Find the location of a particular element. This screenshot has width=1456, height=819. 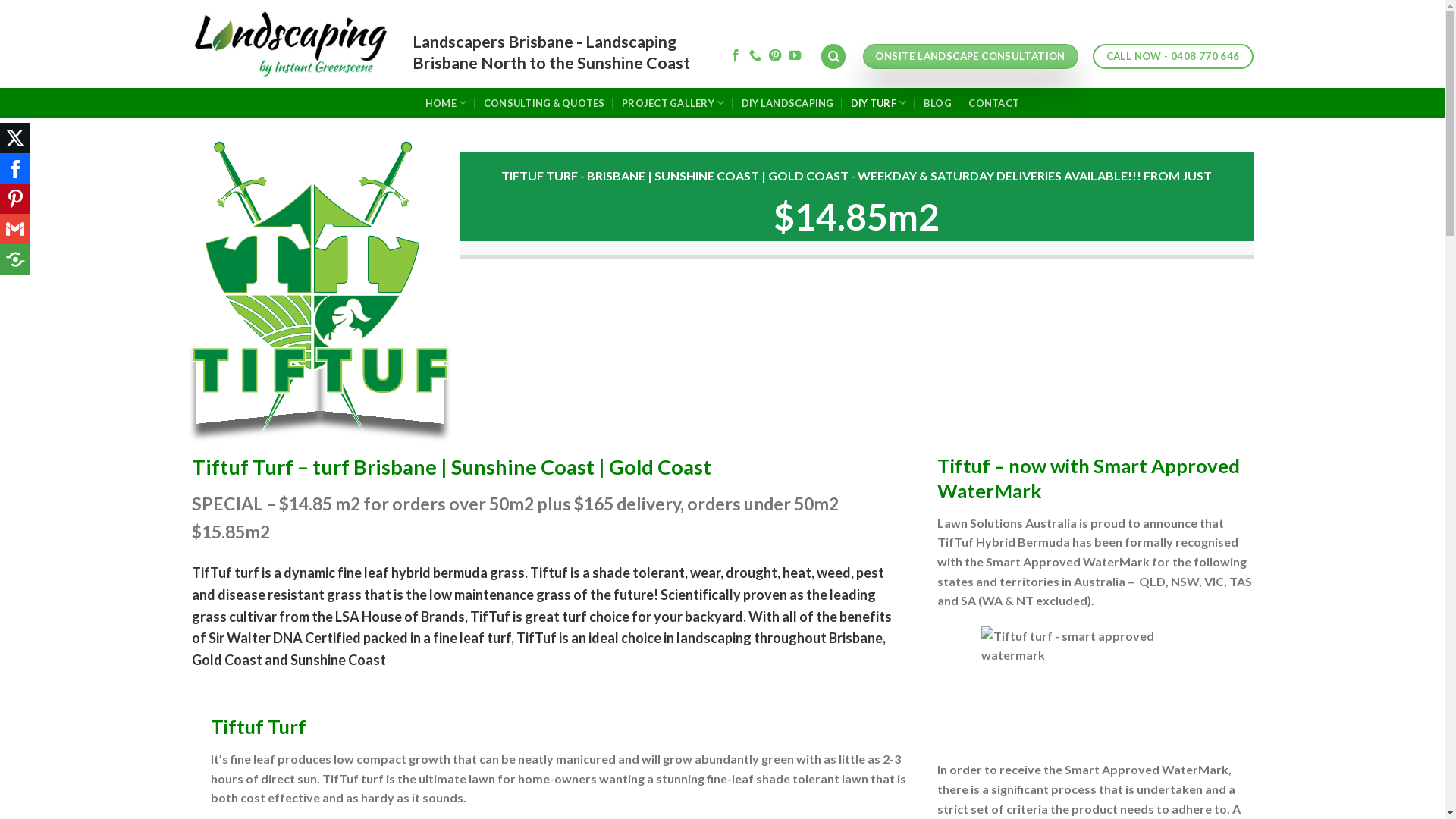

'Follow on Facebook' is located at coordinates (735, 55).